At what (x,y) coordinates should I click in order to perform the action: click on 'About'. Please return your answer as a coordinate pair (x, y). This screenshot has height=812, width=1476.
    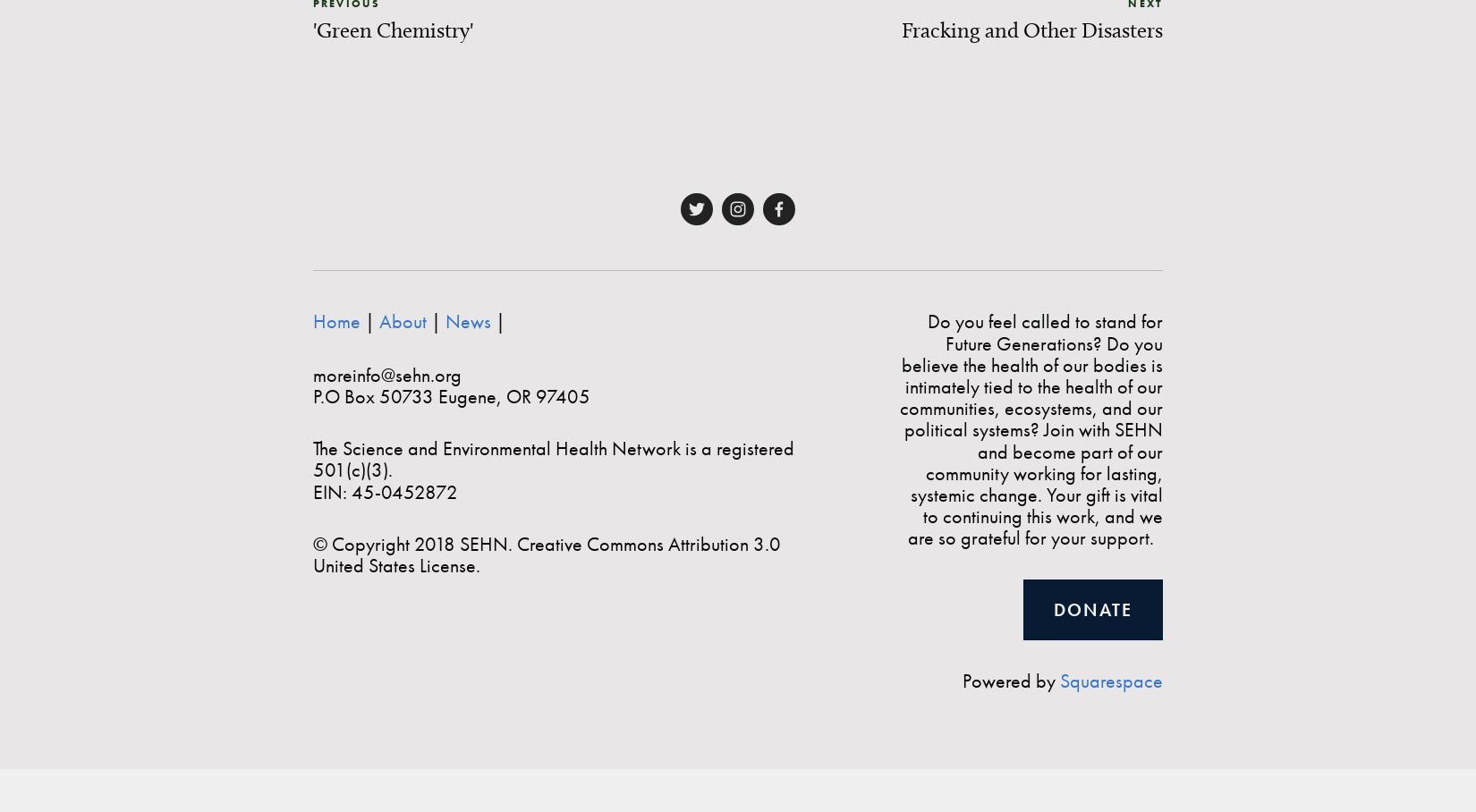
    Looking at the image, I should click on (402, 321).